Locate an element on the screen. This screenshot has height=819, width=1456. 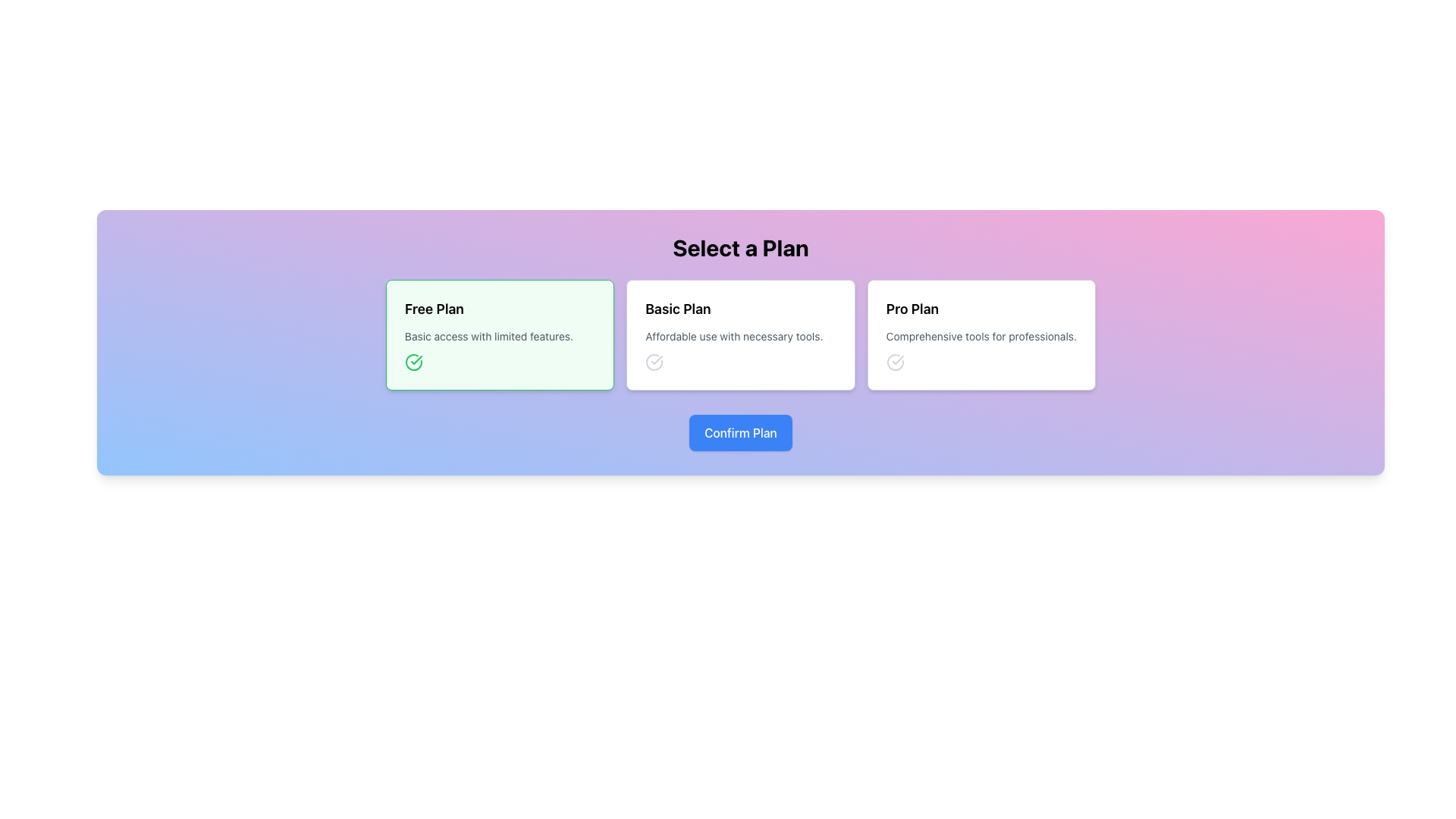
the 'Basic Plan' card to review the information displayed, located centrally in the layout between the 'Free Plan' and 'Pro Plan' cards is located at coordinates (741, 334).